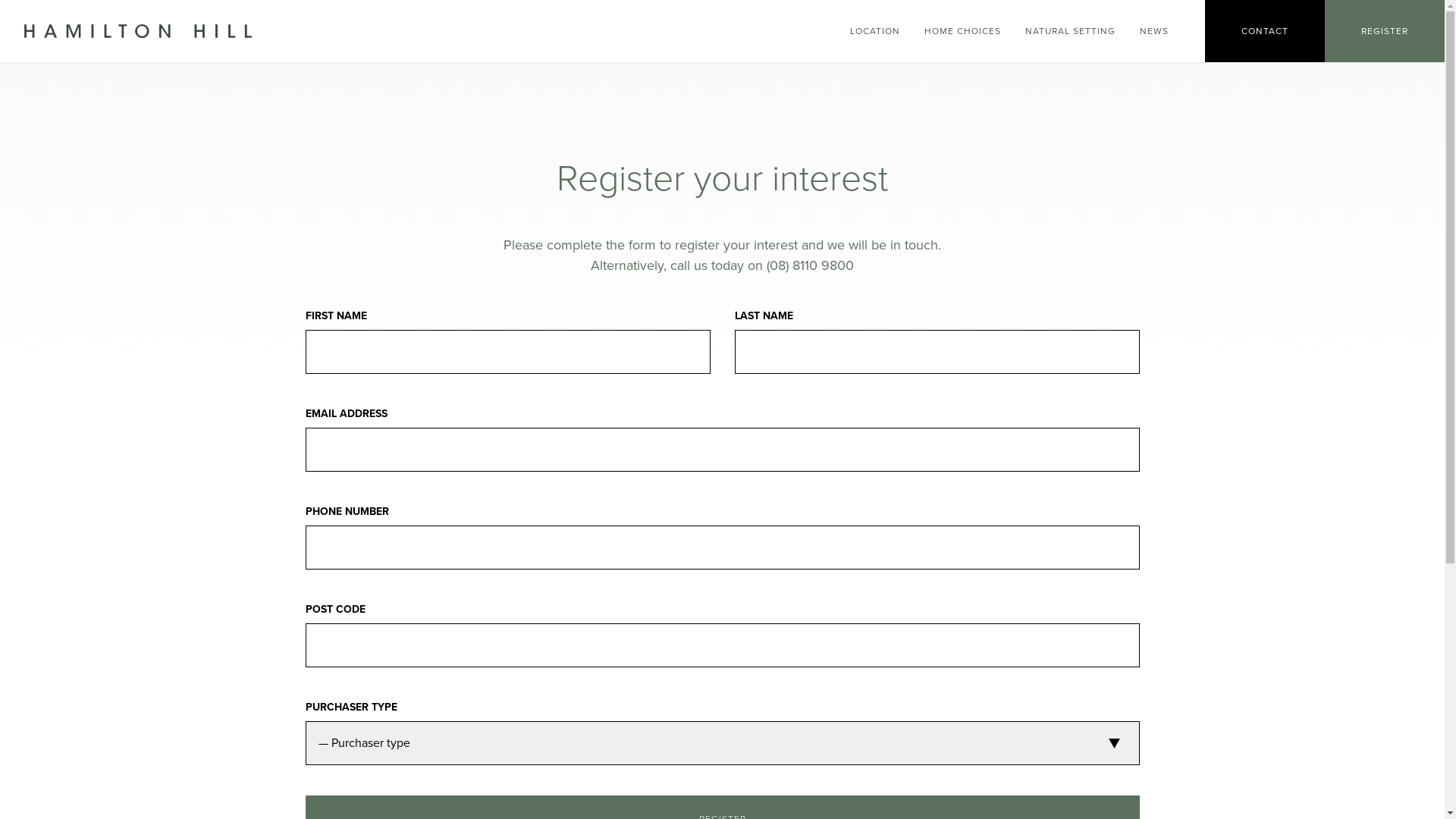 This screenshot has height=819, width=1456. Describe the element at coordinates (131, 31) in the screenshot. I see `'Go to Hamilton Hill home page'` at that location.